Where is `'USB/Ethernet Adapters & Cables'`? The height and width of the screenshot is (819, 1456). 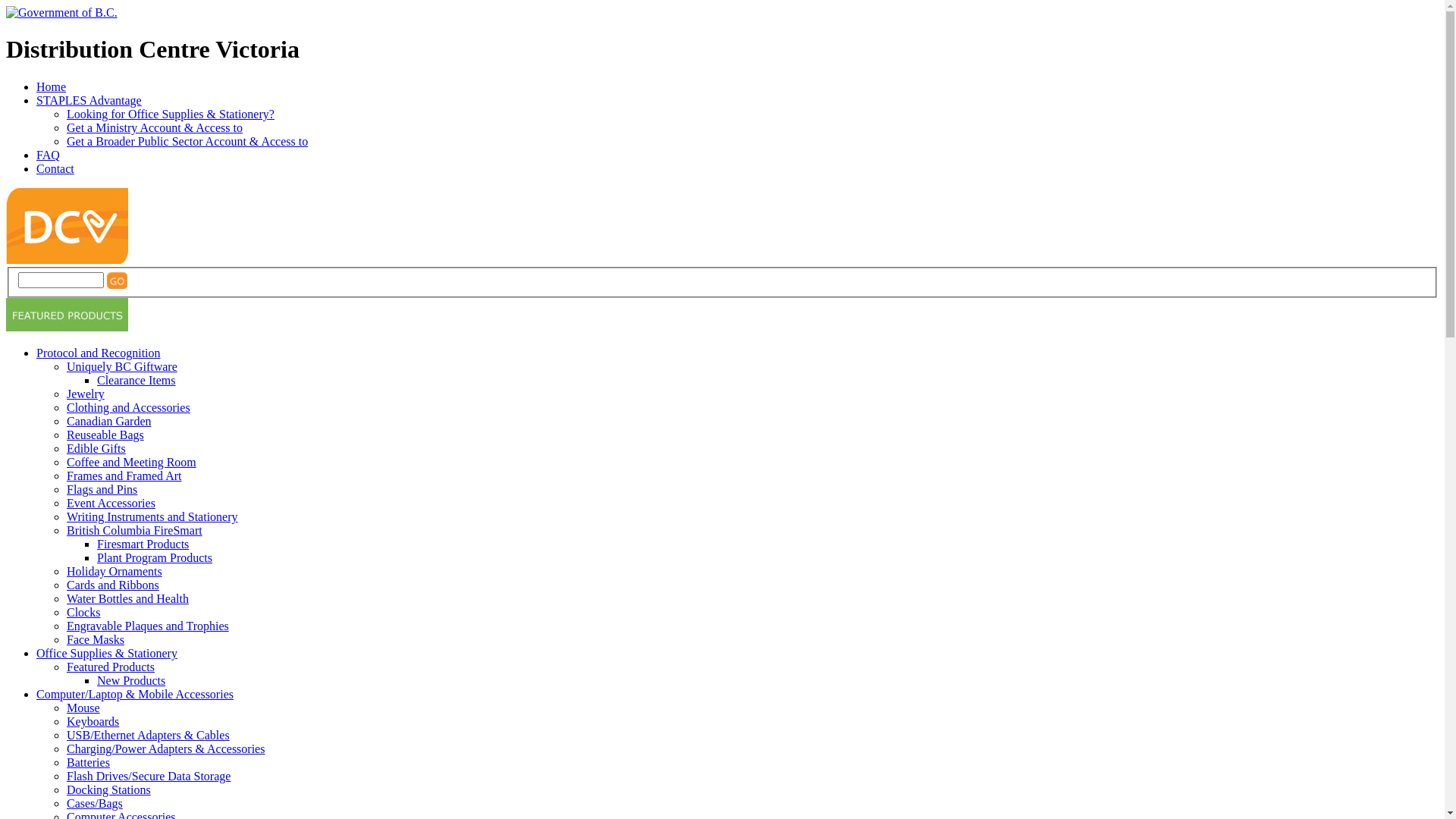 'USB/Ethernet Adapters & Cables' is located at coordinates (65, 734).